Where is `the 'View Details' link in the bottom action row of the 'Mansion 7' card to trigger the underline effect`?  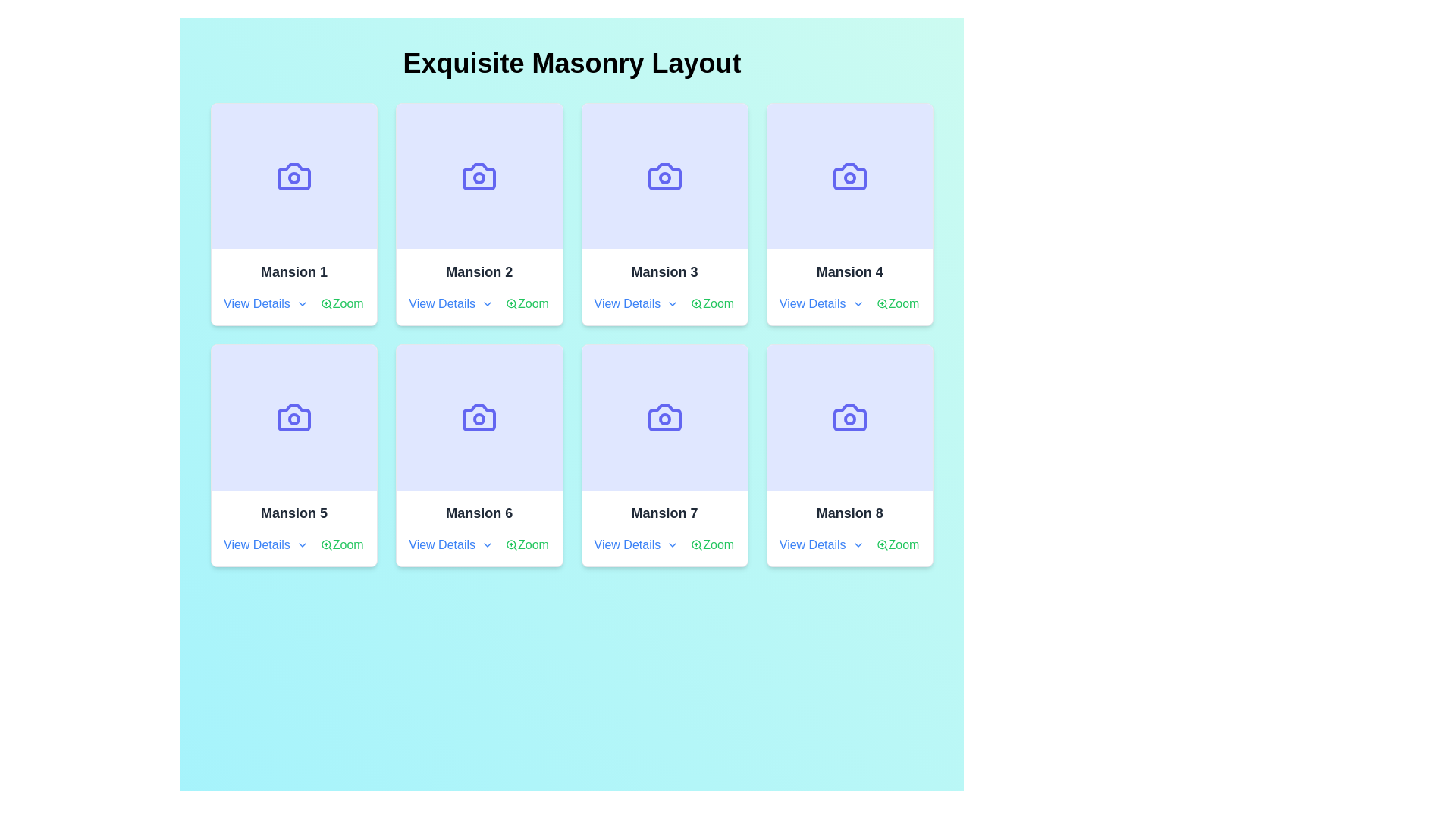
the 'View Details' link in the bottom action row of the 'Mansion 7' card to trigger the underline effect is located at coordinates (664, 544).